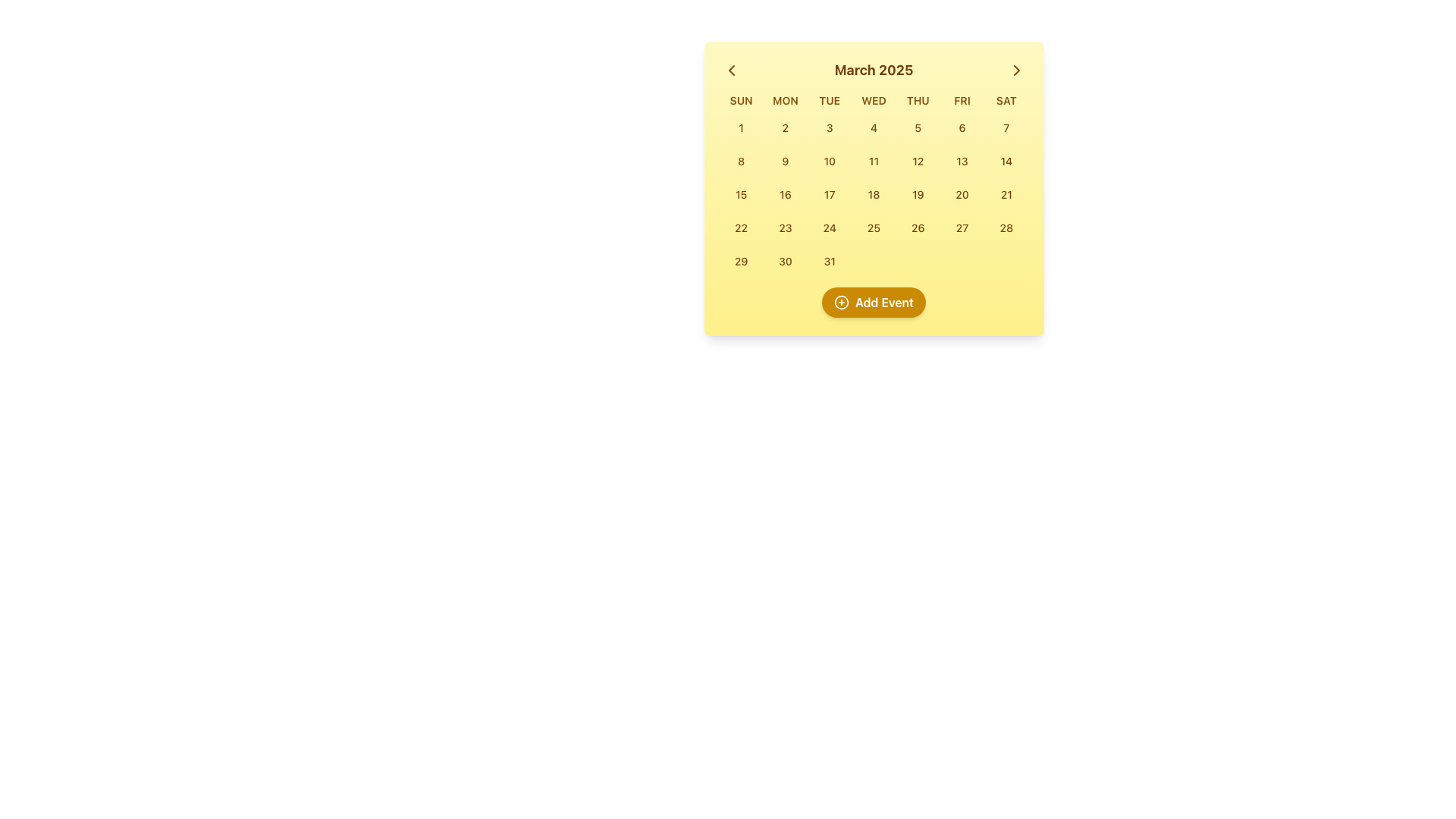  What do you see at coordinates (874, 302) in the screenshot?
I see `the rounded yellow button labeled 'Add Event' located beneath the calendar grid` at bounding box center [874, 302].